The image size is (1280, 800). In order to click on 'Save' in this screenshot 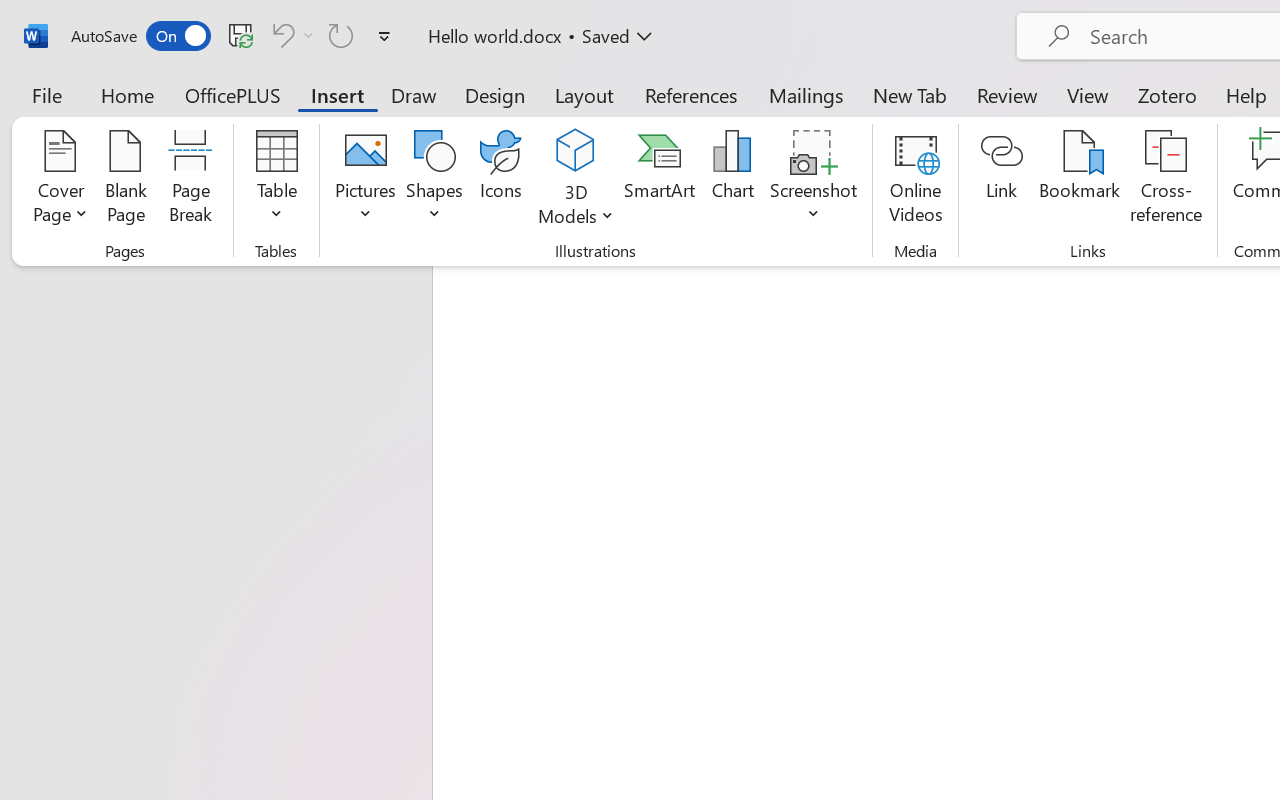, I will do `click(240, 34)`.